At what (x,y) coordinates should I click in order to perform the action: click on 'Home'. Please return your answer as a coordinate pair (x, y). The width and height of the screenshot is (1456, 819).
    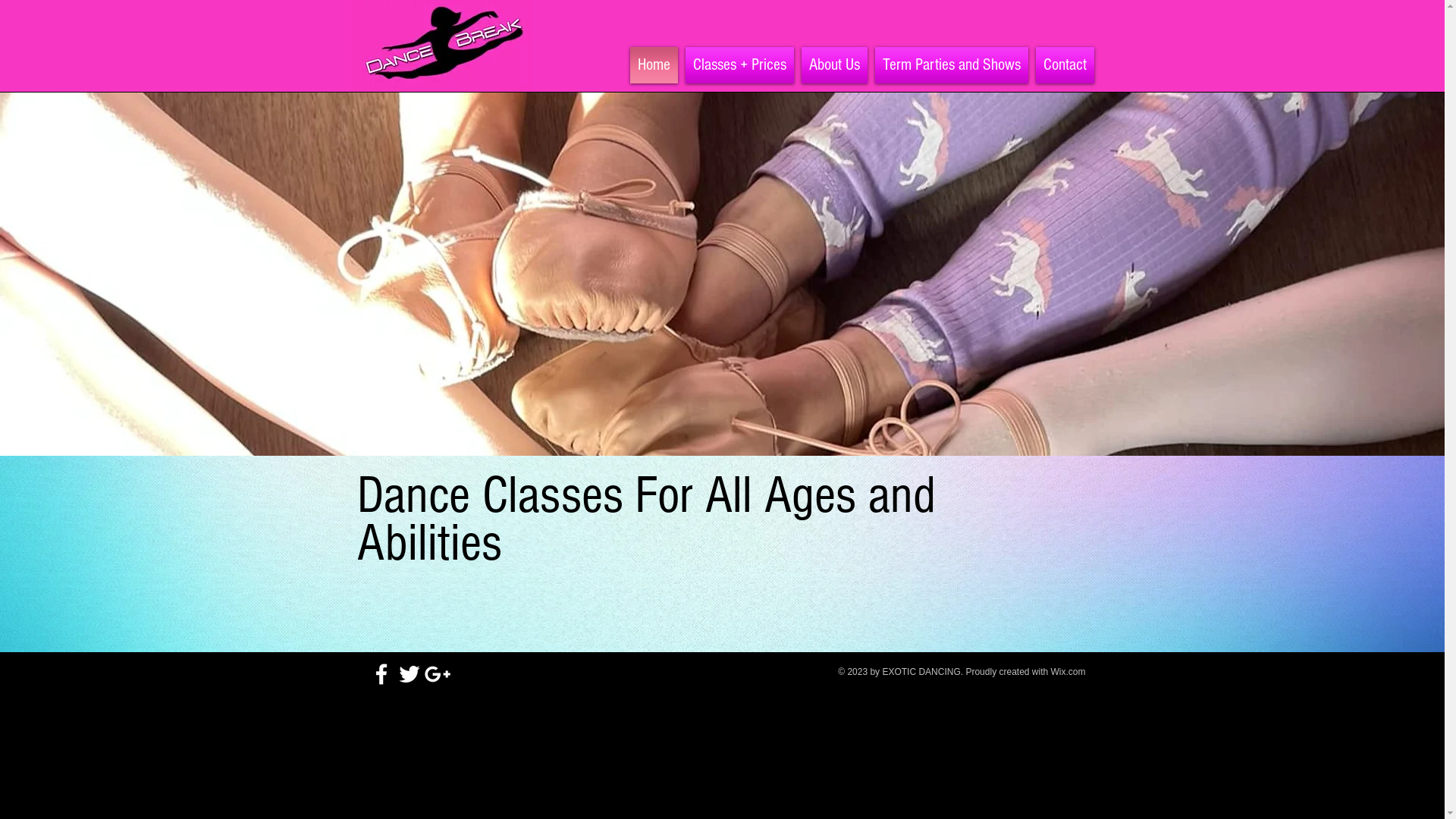
    Looking at the image, I should click on (654, 64).